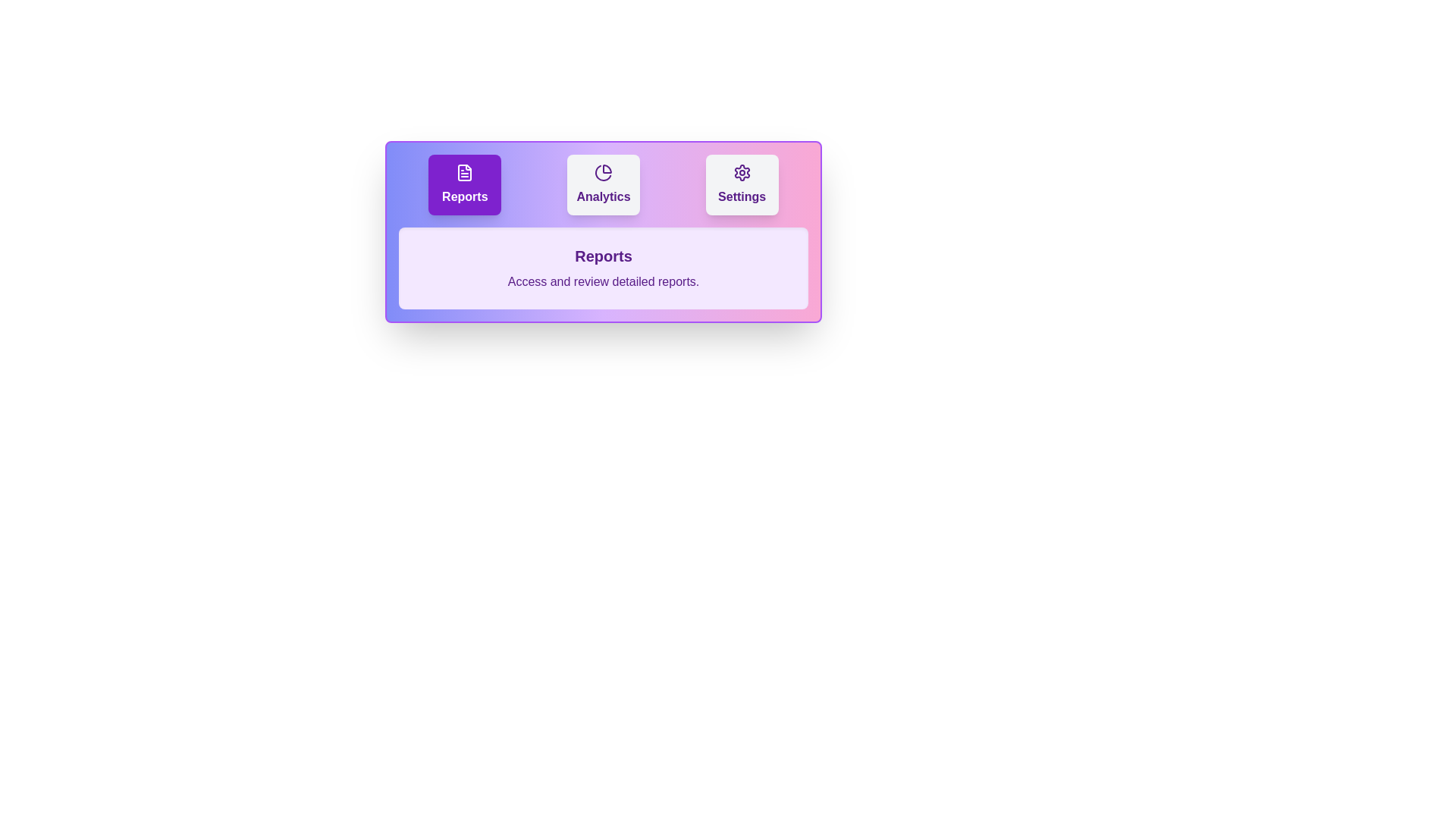 The height and width of the screenshot is (819, 1456). What do you see at coordinates (464, 184) in the screenshot?
I see `the Reports tab` at bounding box center [464, 184].